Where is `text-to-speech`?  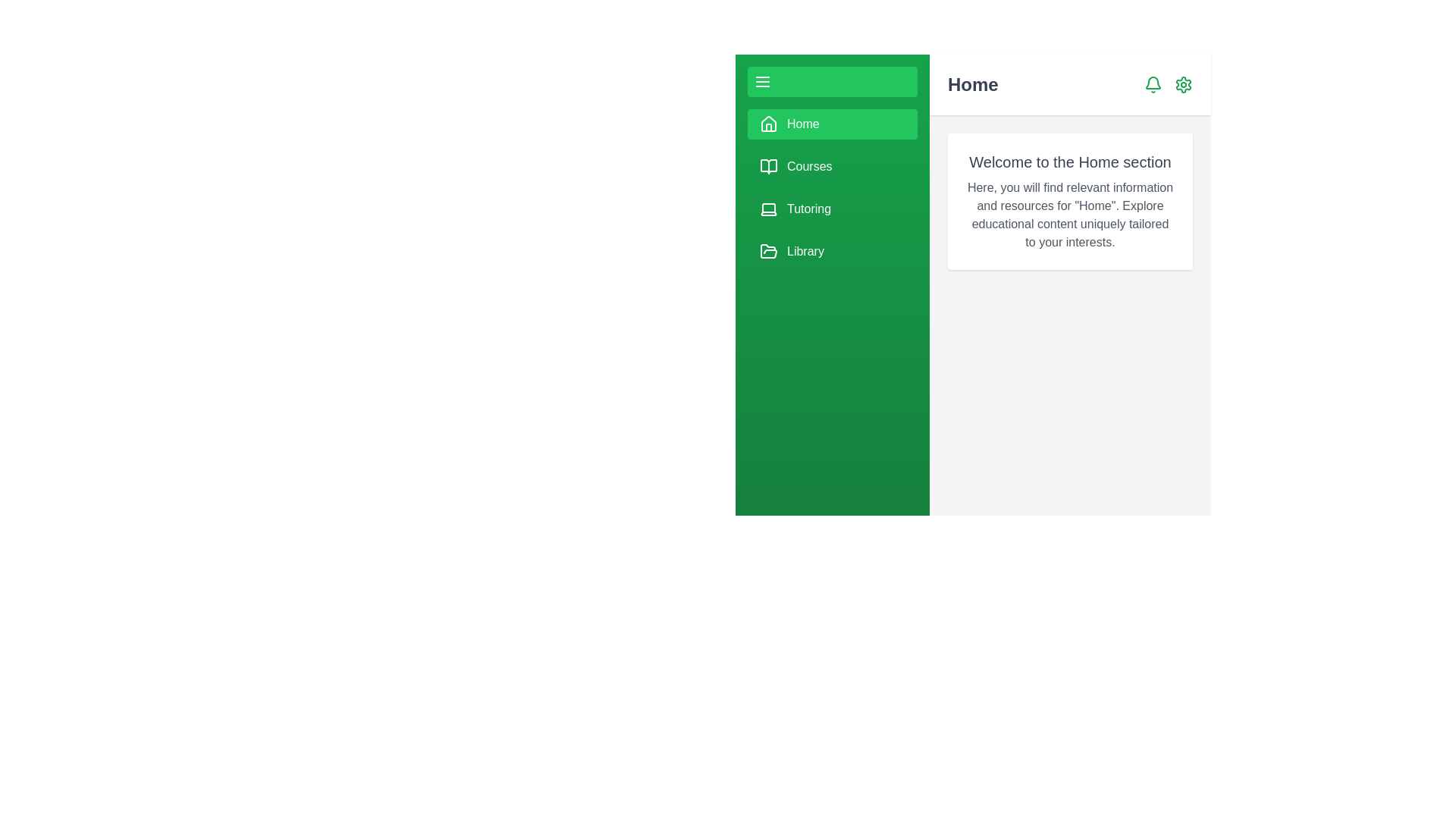
text-to-speech is located at coordinates (1069, 215).